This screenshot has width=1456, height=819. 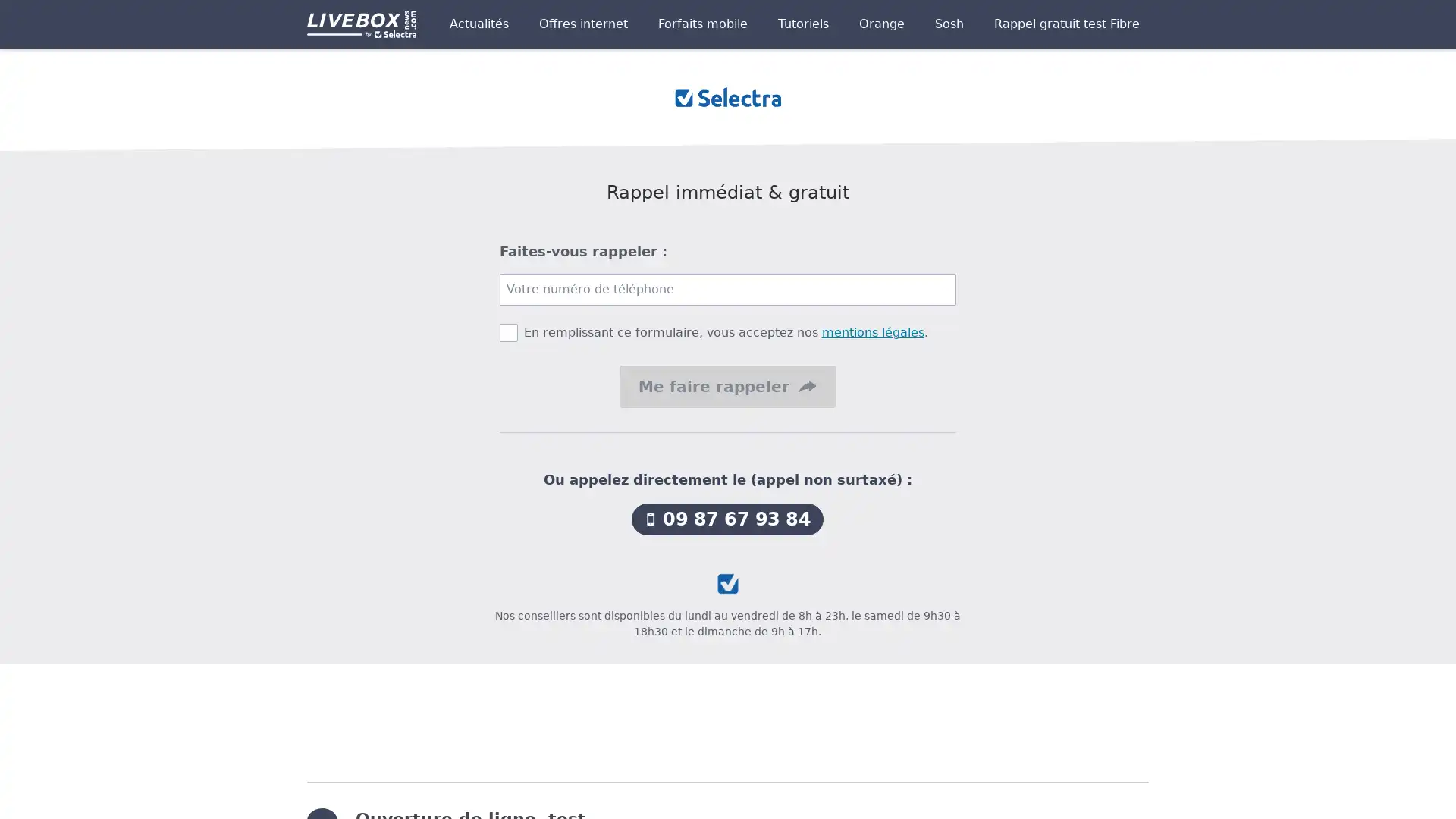 What do you see at coordinates (726, 385) in the screenshot?
I see `Me faire rappeler` at bounding box center [726, 385].